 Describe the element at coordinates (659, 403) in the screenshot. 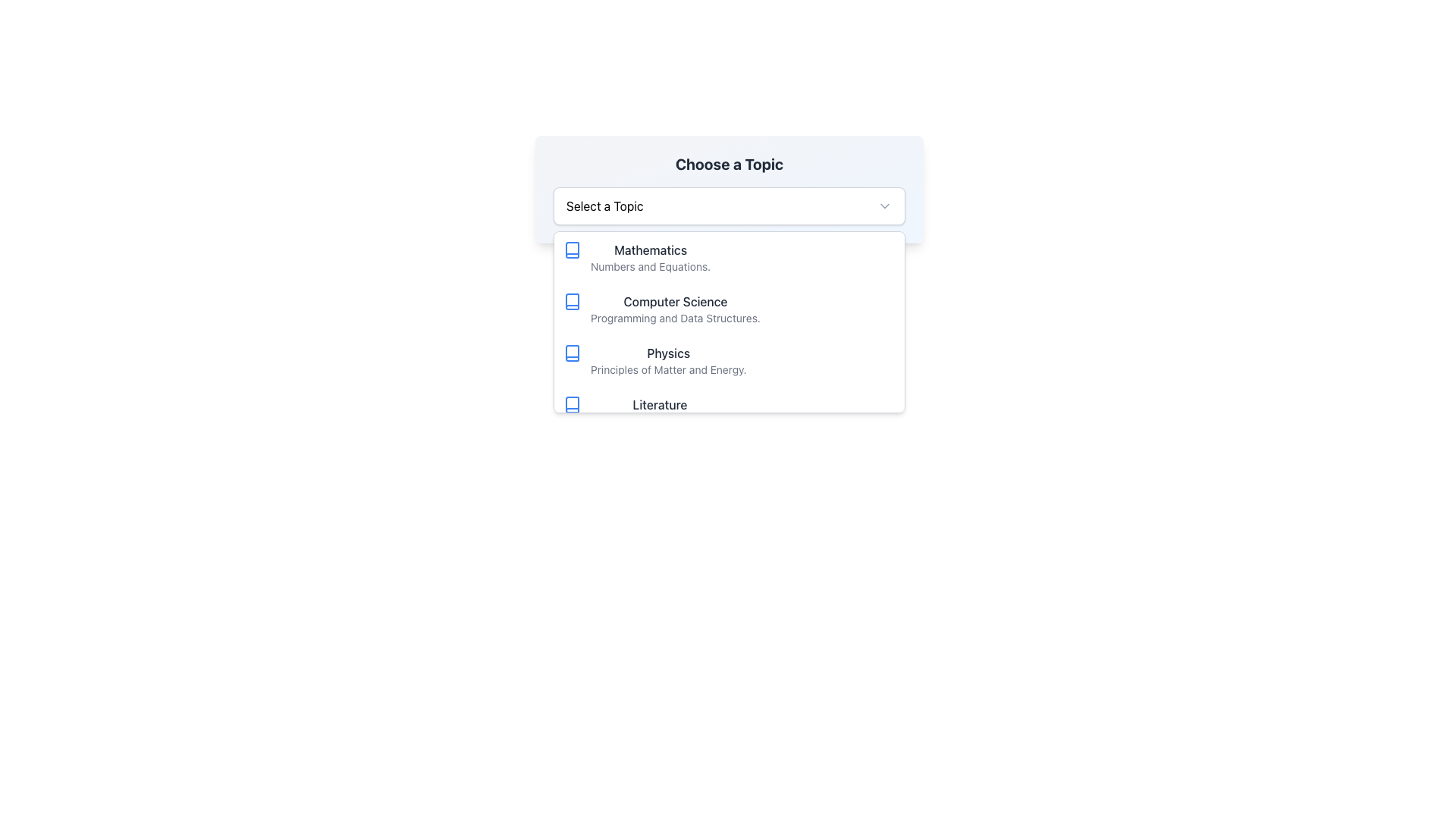

I see `to select the 'Literature' topic, which is the primary label for this category in the dropdown menu titled 'Choose a Topic'` at that location.